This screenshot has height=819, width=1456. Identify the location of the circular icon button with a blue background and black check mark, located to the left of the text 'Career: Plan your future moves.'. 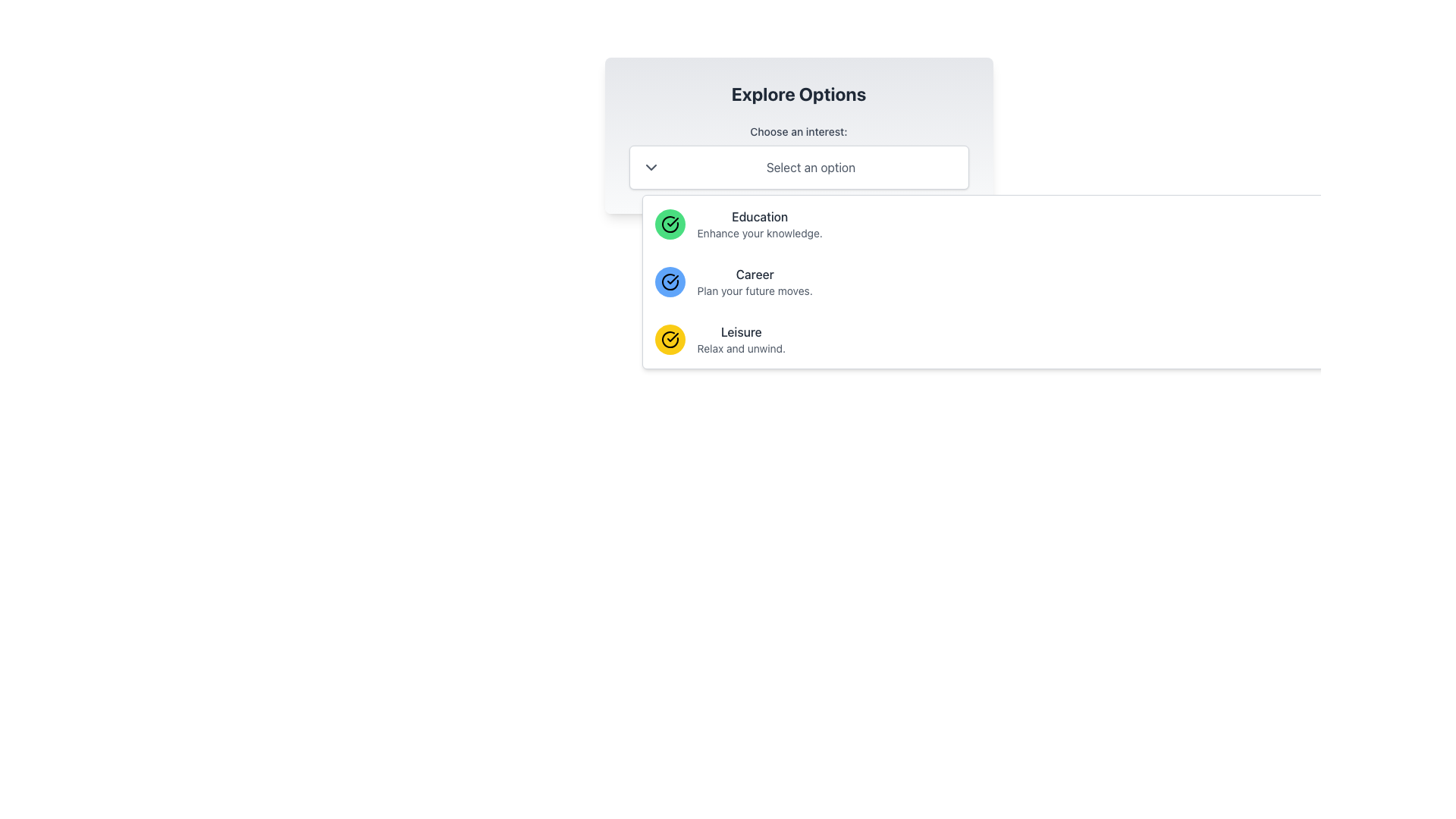
(669, 281).